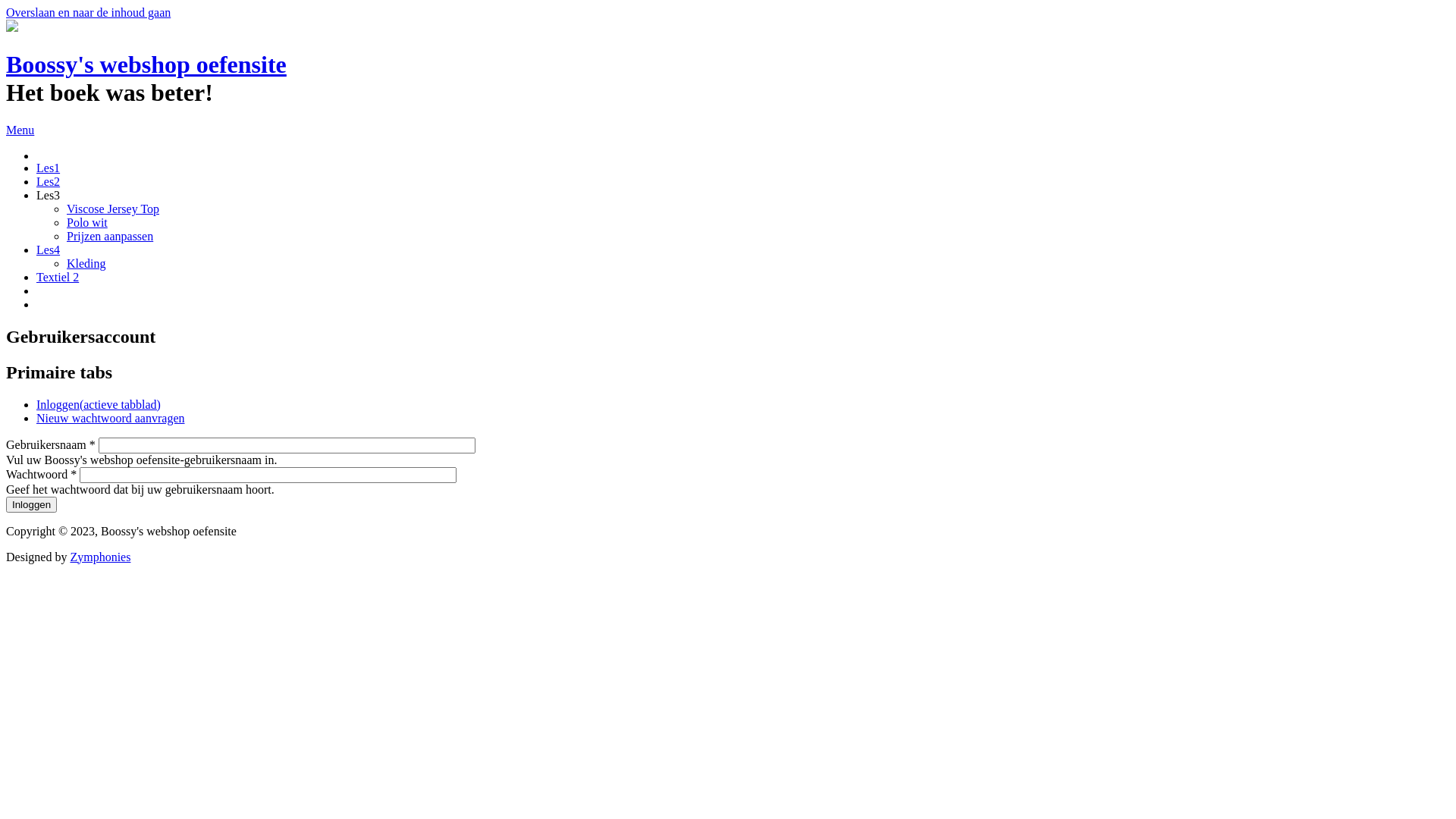  I want to click on 'Inloggen', so click(31, 504).